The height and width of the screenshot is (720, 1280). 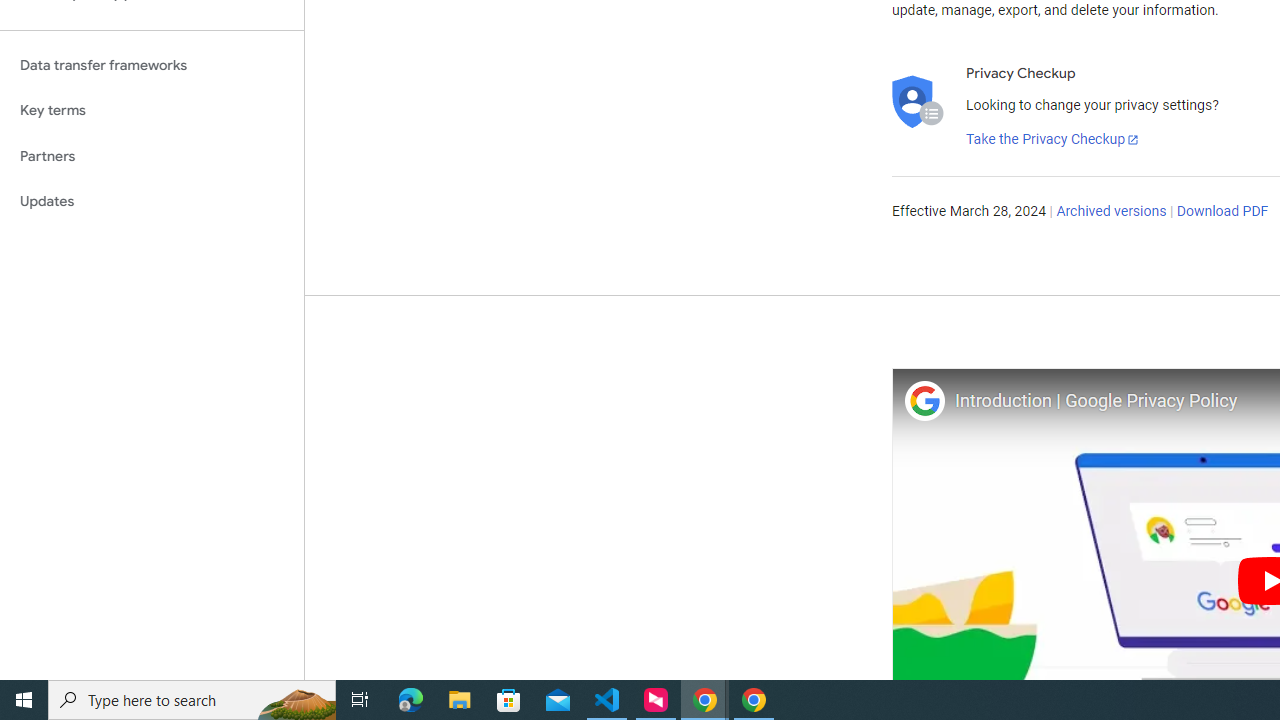 What do you see at coordinates (1052, 139) in the screenshot?
I see `'Take the Privacy Checkup'` at bounding box center [1052, 139].